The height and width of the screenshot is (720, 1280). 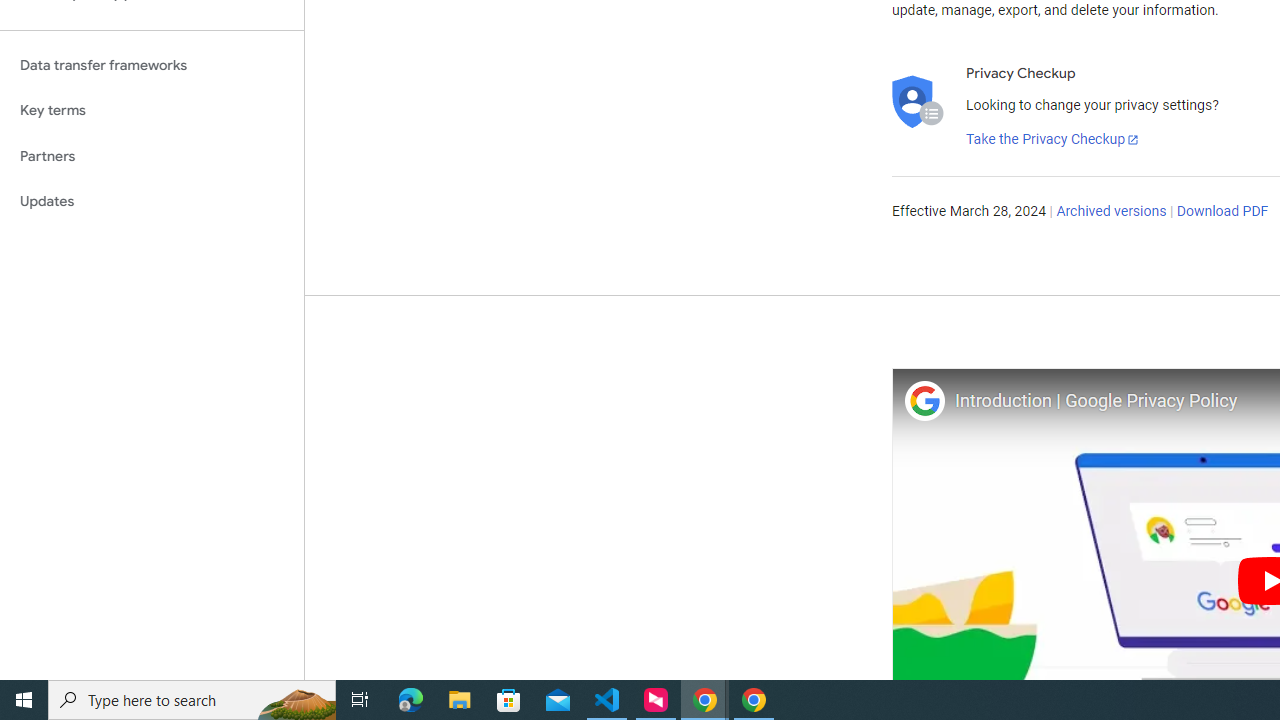 What do you see at coordinates (1052, 139) in the screenshot?
I see `'Take the Privacy Checkup'` at bounding box center [1052, 139].